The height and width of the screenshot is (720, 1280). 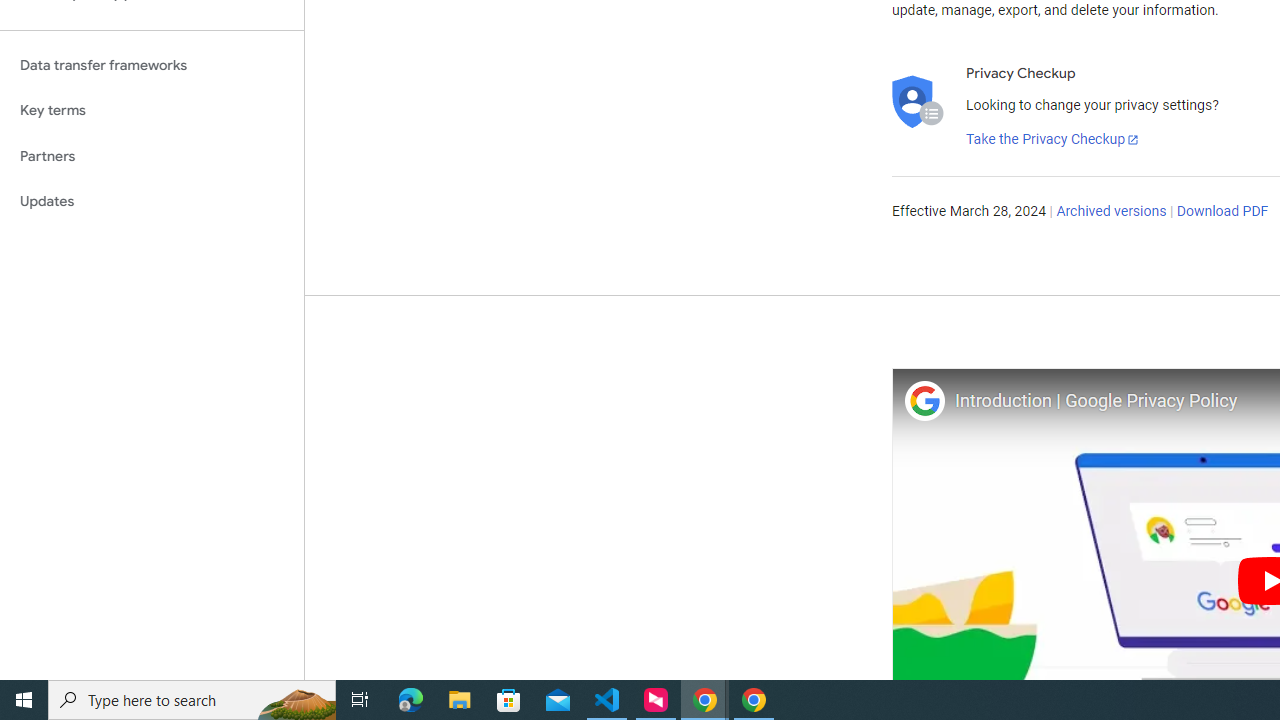 What do you see at coordinates (1052, 139) in the screenshot?
I see `'Take the Privacy Checkup'` at bounding box center [1052, 139].